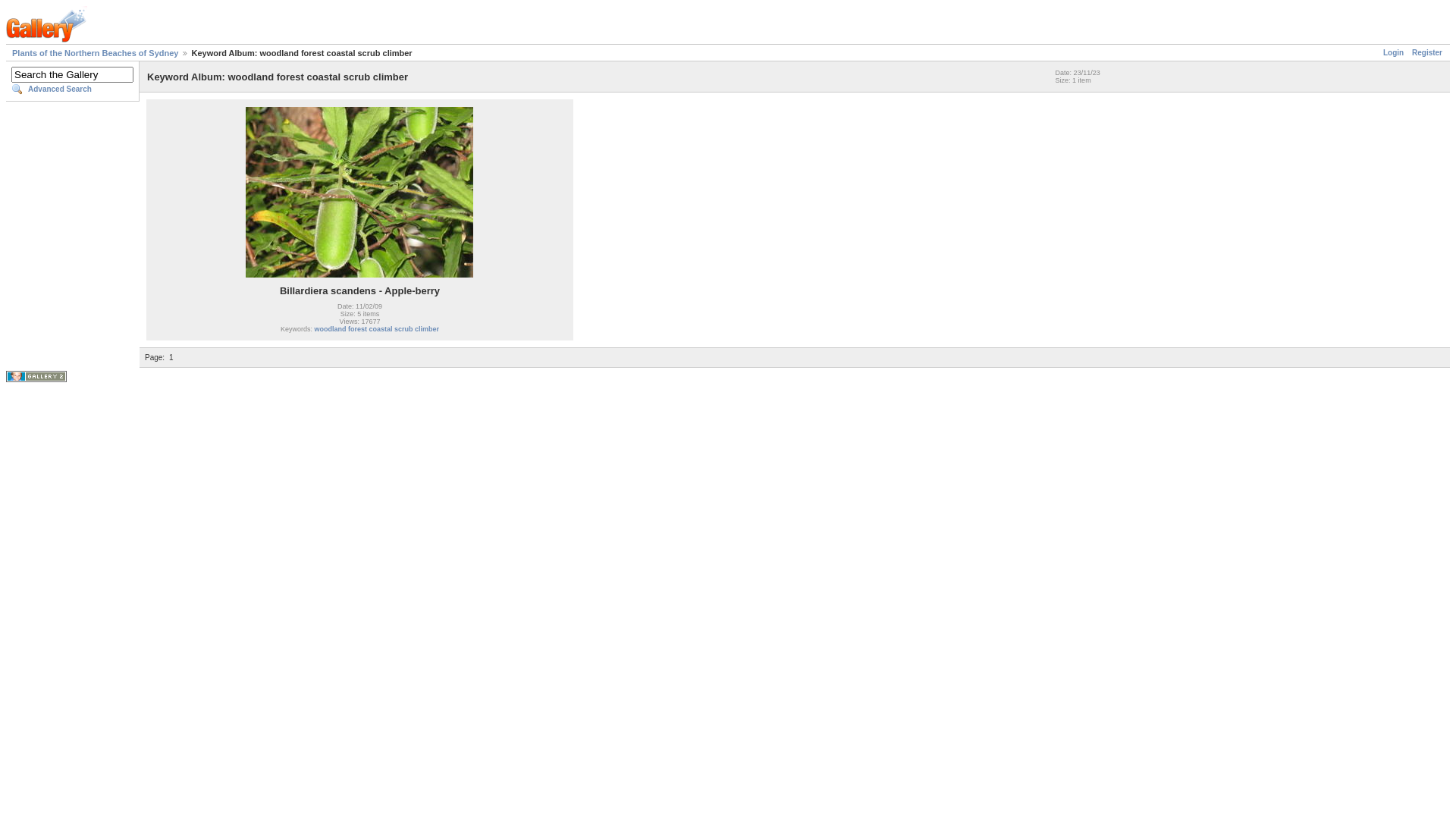  What do you see at coordinates (71, 89) in the screenshot?
I see `'Advanced Search'` at bounding box center [71, 89].